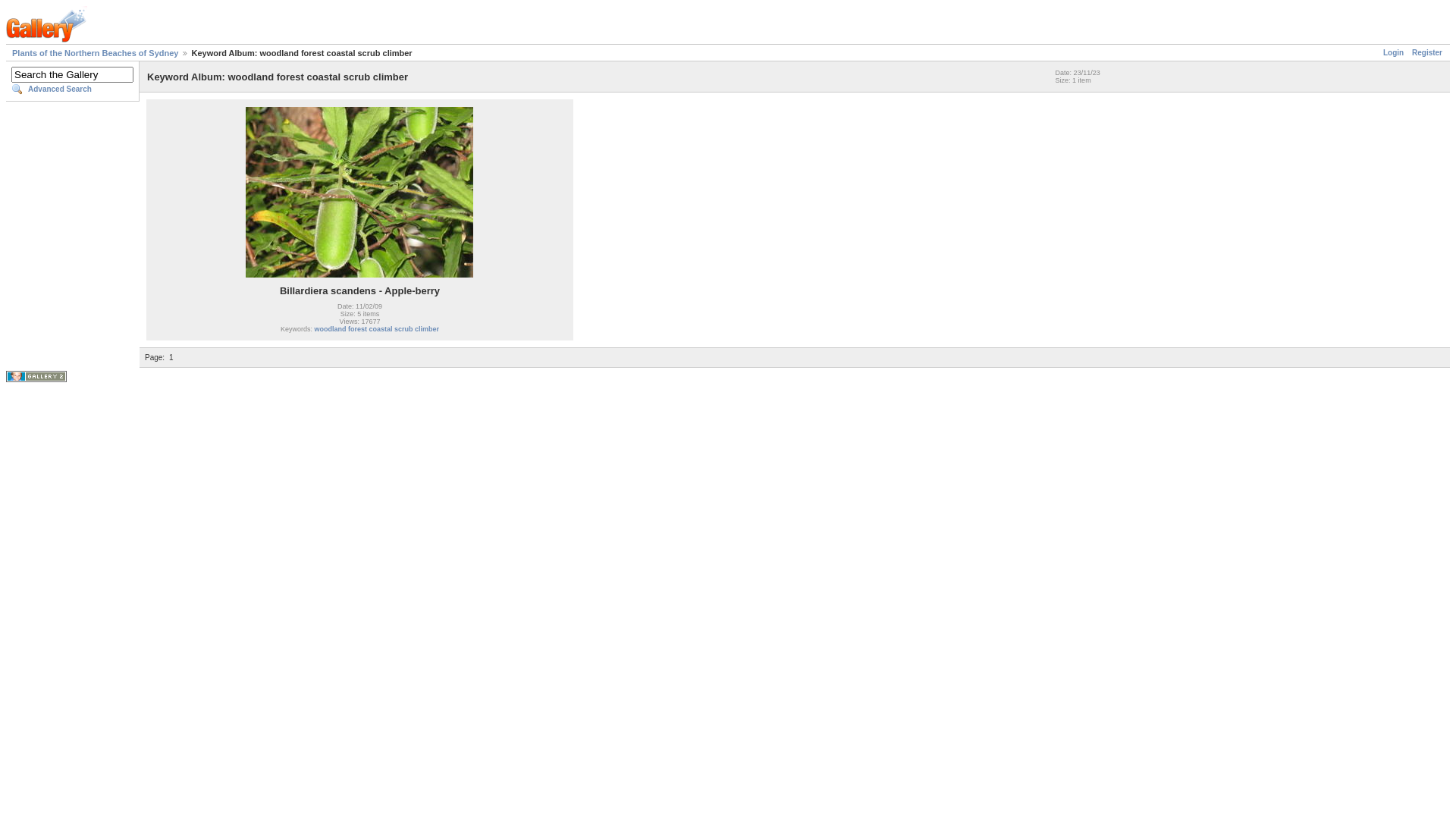  What do you see at coordinates (71, 89) in the screenshot?
I see `'Advanced Search'` at bounding box center [71, 89].